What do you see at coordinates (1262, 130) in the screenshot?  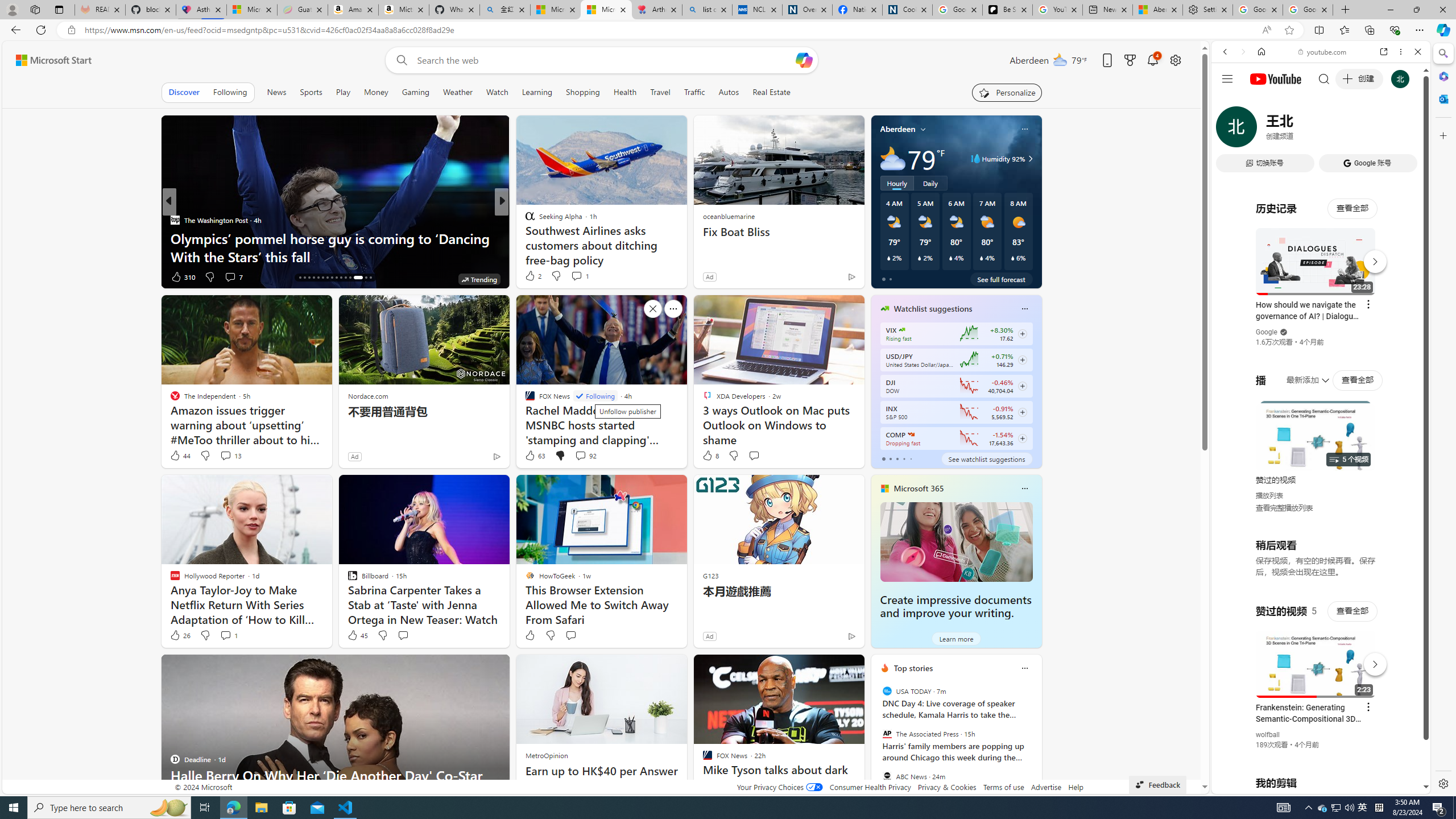 I see `'IMAGES'` at bounding box center [1262, 130].